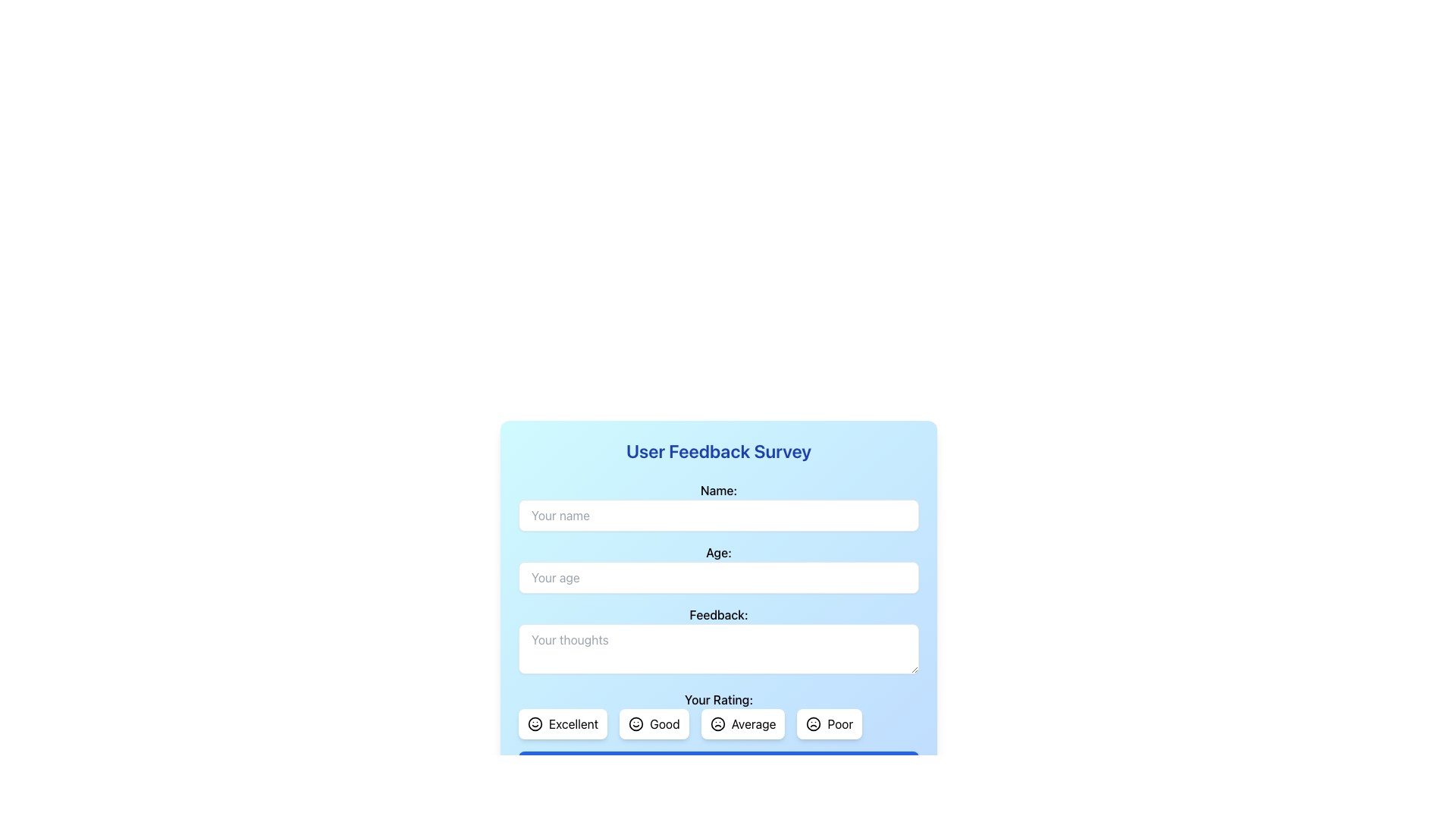 This screenshot has width=1456, height=819. Describe the element at coordinates (742, 723) in the screenshot. I see `the 'Average' button in the feedback survey` at that location.